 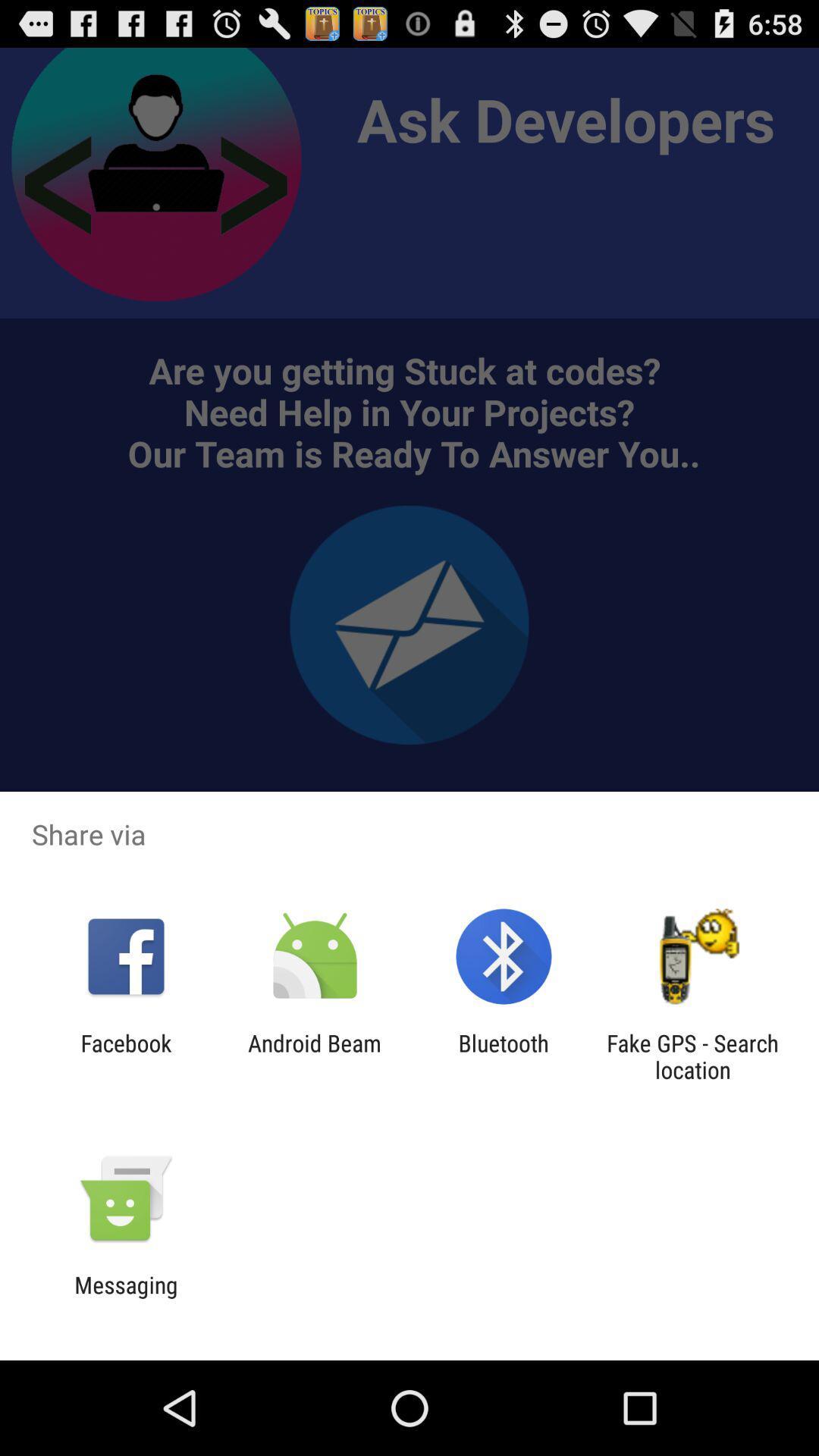 I want to click on facebook app, so click(x=125, y=1056).